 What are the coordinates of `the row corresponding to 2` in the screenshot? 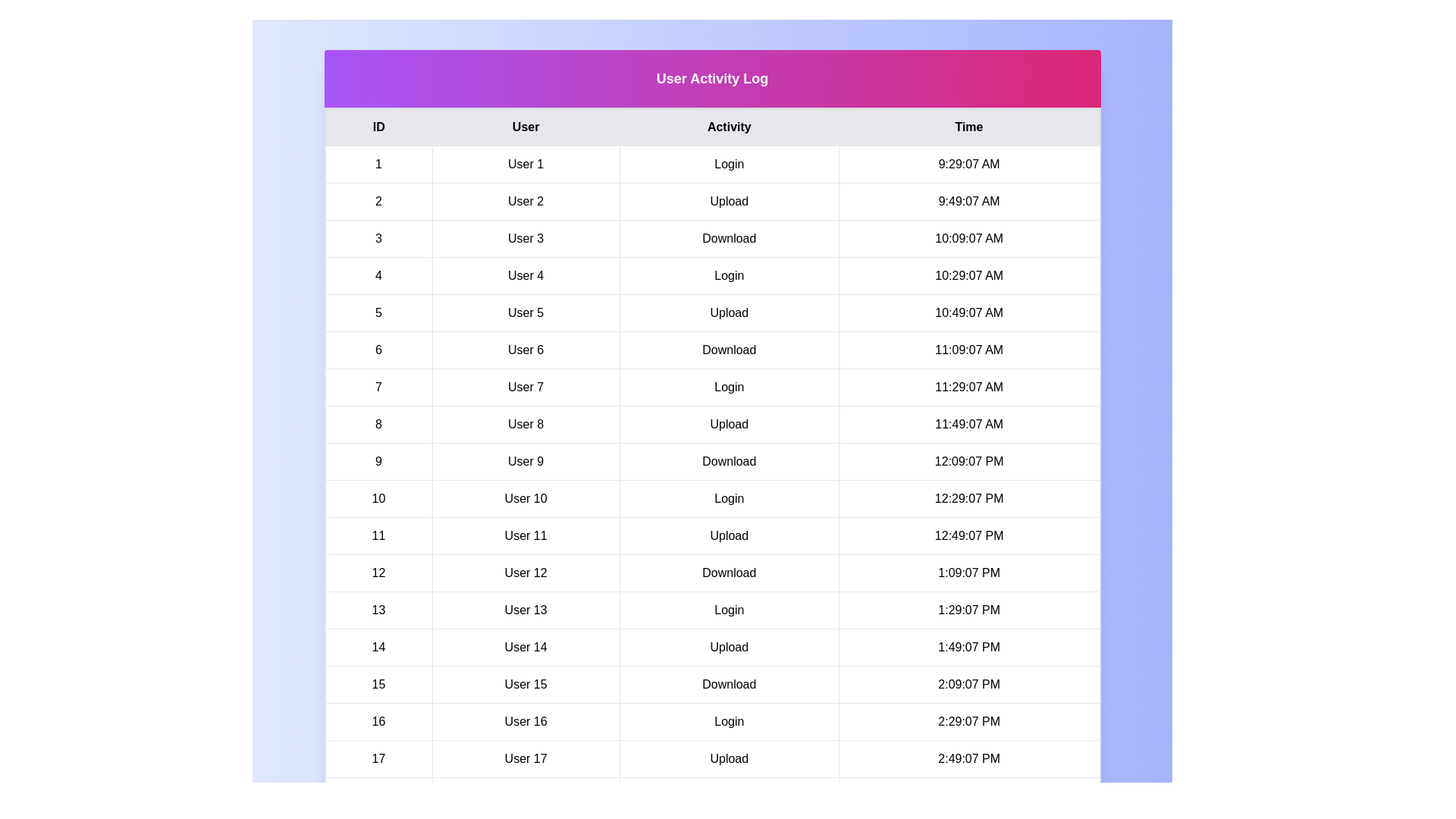 It's located at (711, 201).